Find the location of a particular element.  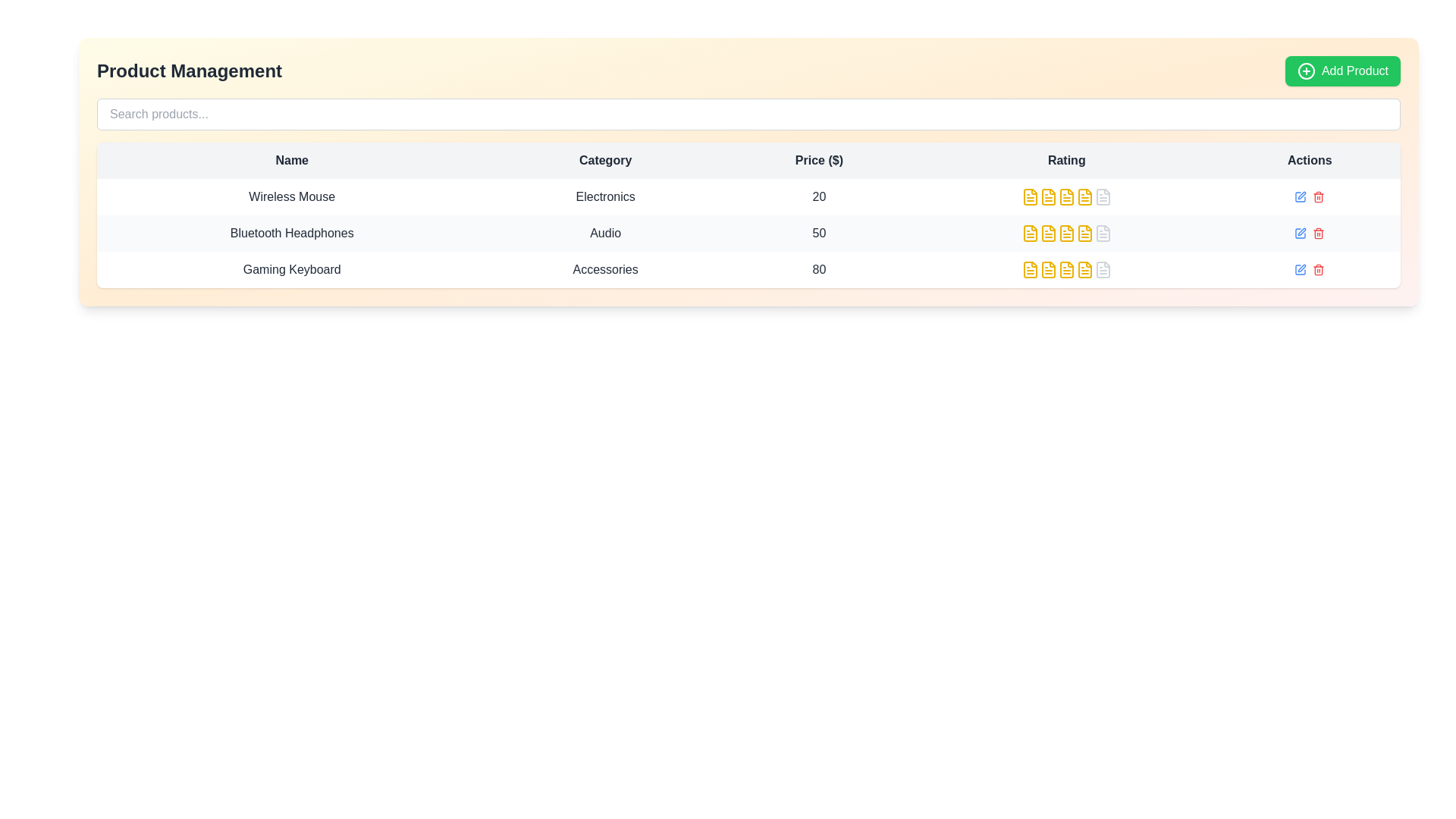

the fourth icon in the 'Rating' column for the Bluetooth Headphones product entry, which represents an interactive rating option is located at coordinates (1084, 196).